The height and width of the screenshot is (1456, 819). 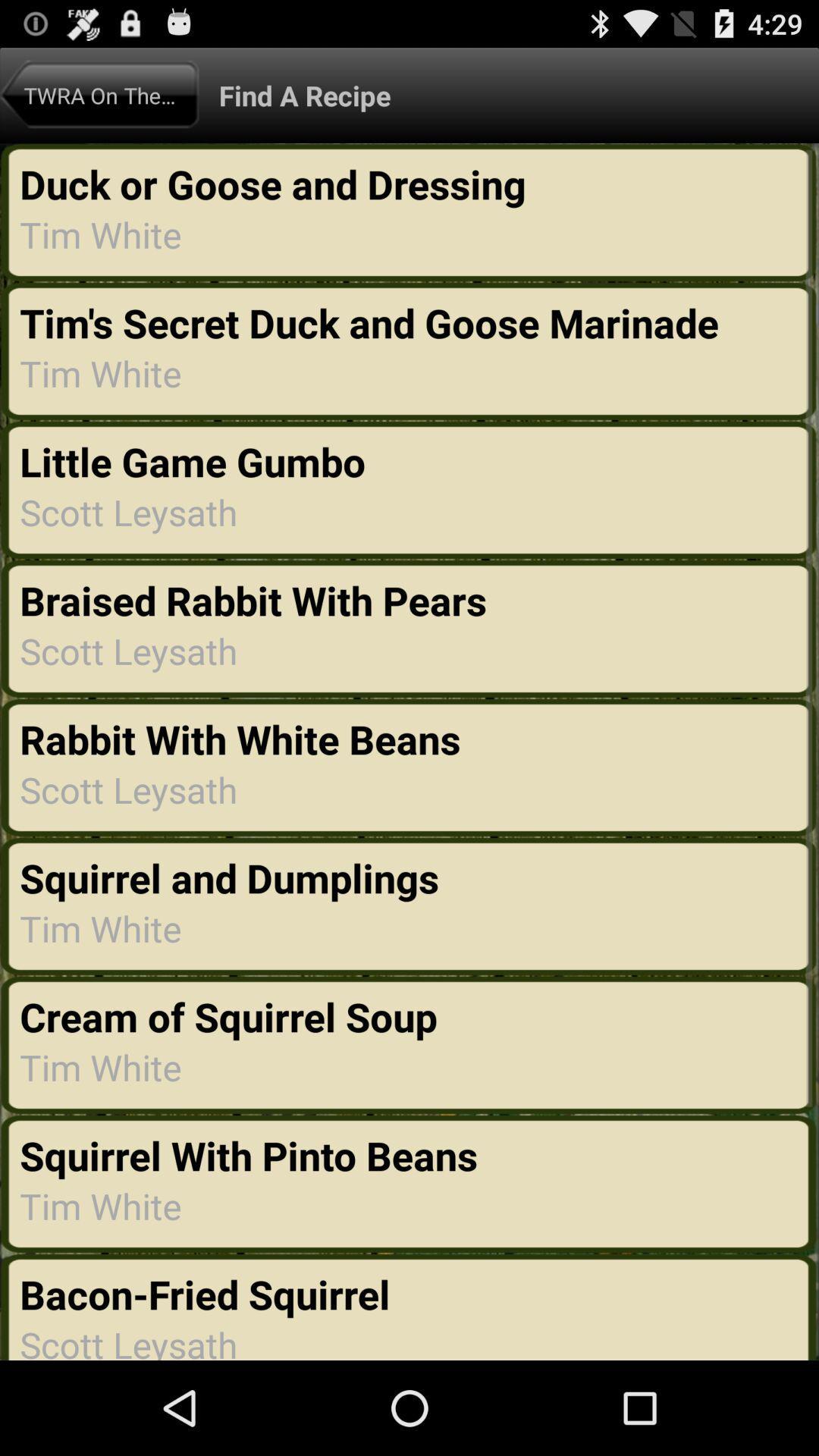 What do you see at coordinates (233, 1016) in the screenshot?
I see `cream of squirrel item` at bounding box center [233, 1016].